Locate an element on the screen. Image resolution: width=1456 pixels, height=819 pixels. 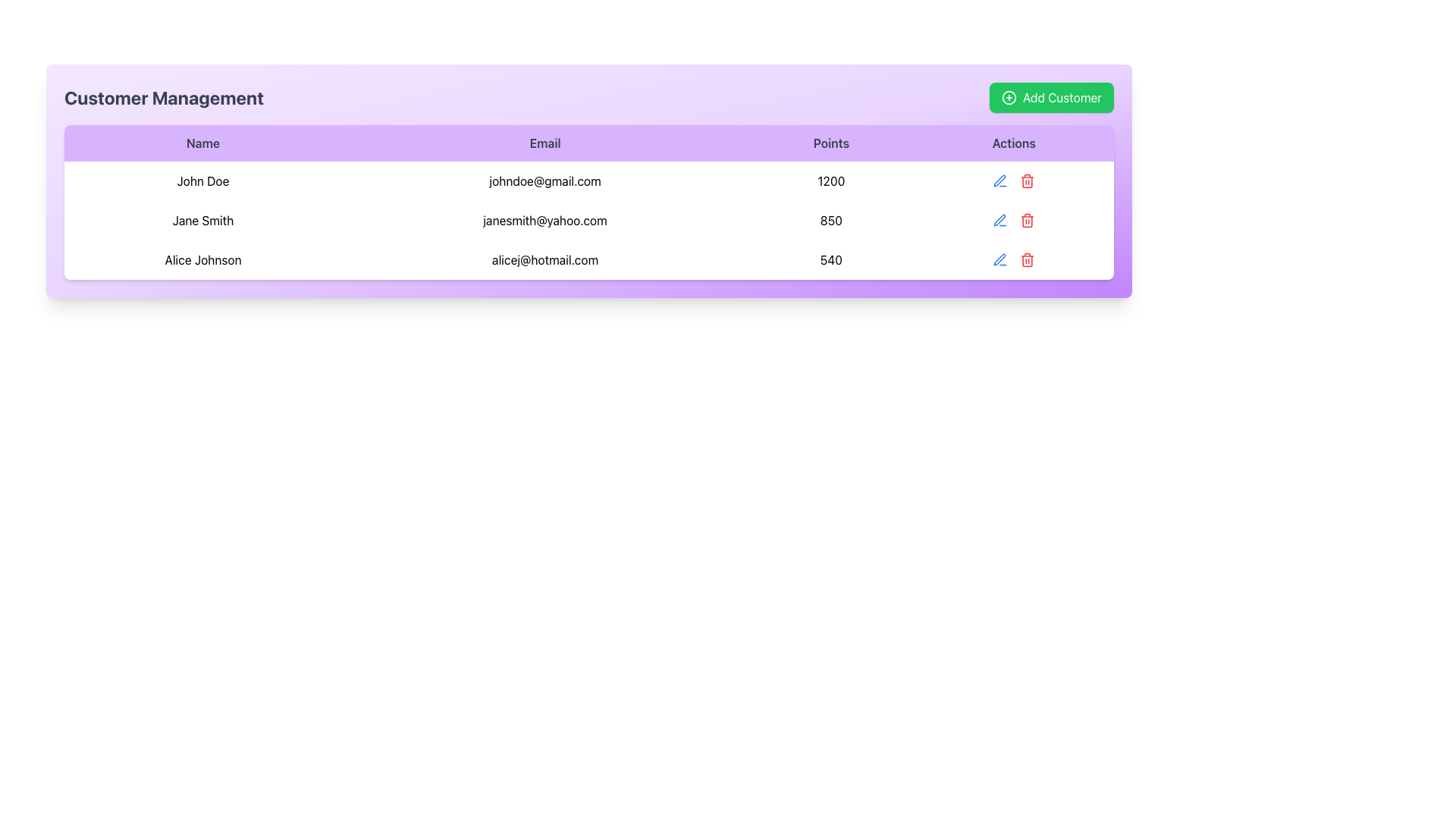
the edit button located in the 'Actions' column of the last row in the customer data table is located at coordinates (1000, 259).